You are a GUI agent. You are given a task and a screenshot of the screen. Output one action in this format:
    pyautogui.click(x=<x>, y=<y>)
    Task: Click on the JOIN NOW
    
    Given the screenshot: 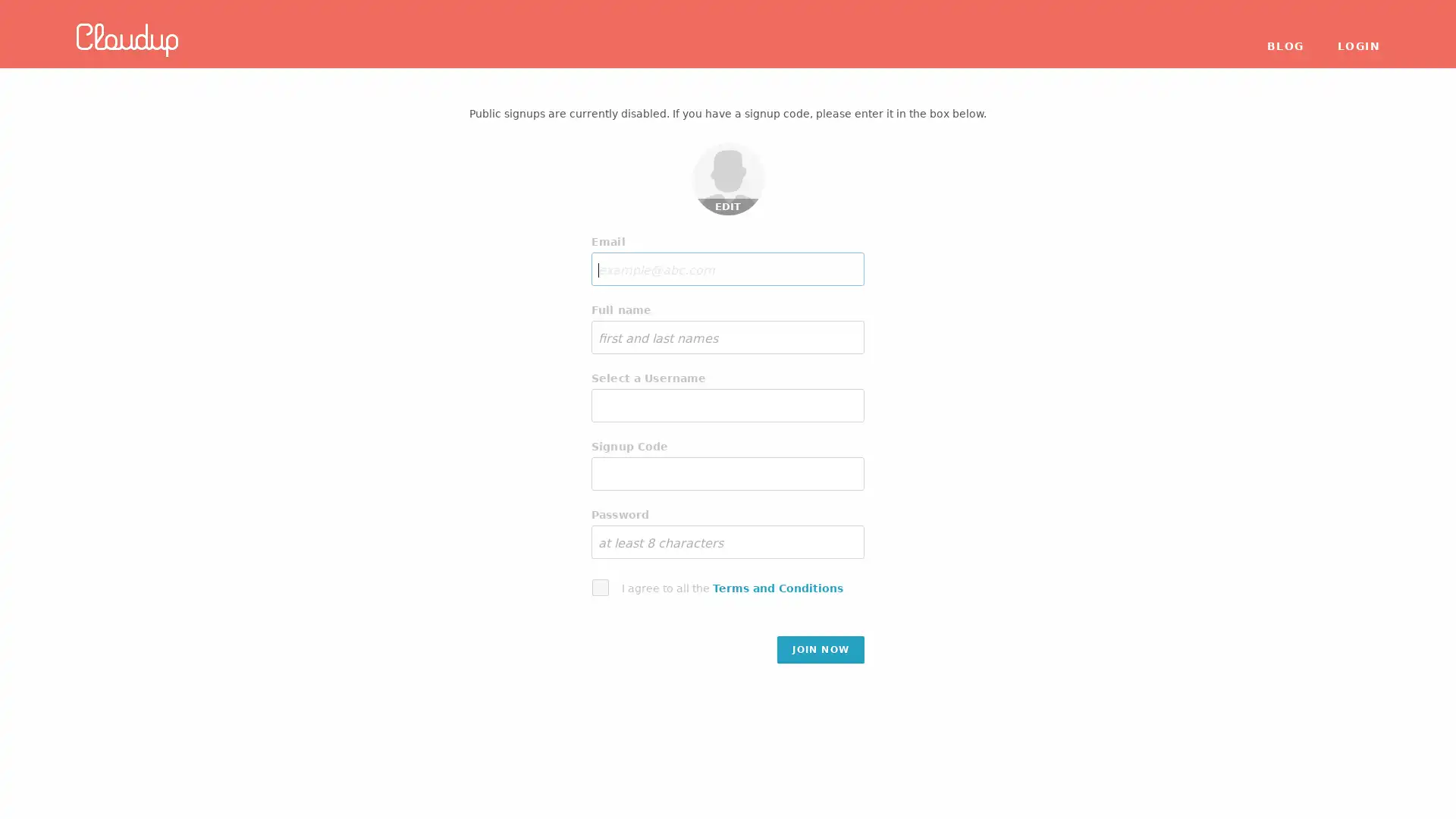 What is the action you would take?
    pyautogui.click(x=820, y=648)
    